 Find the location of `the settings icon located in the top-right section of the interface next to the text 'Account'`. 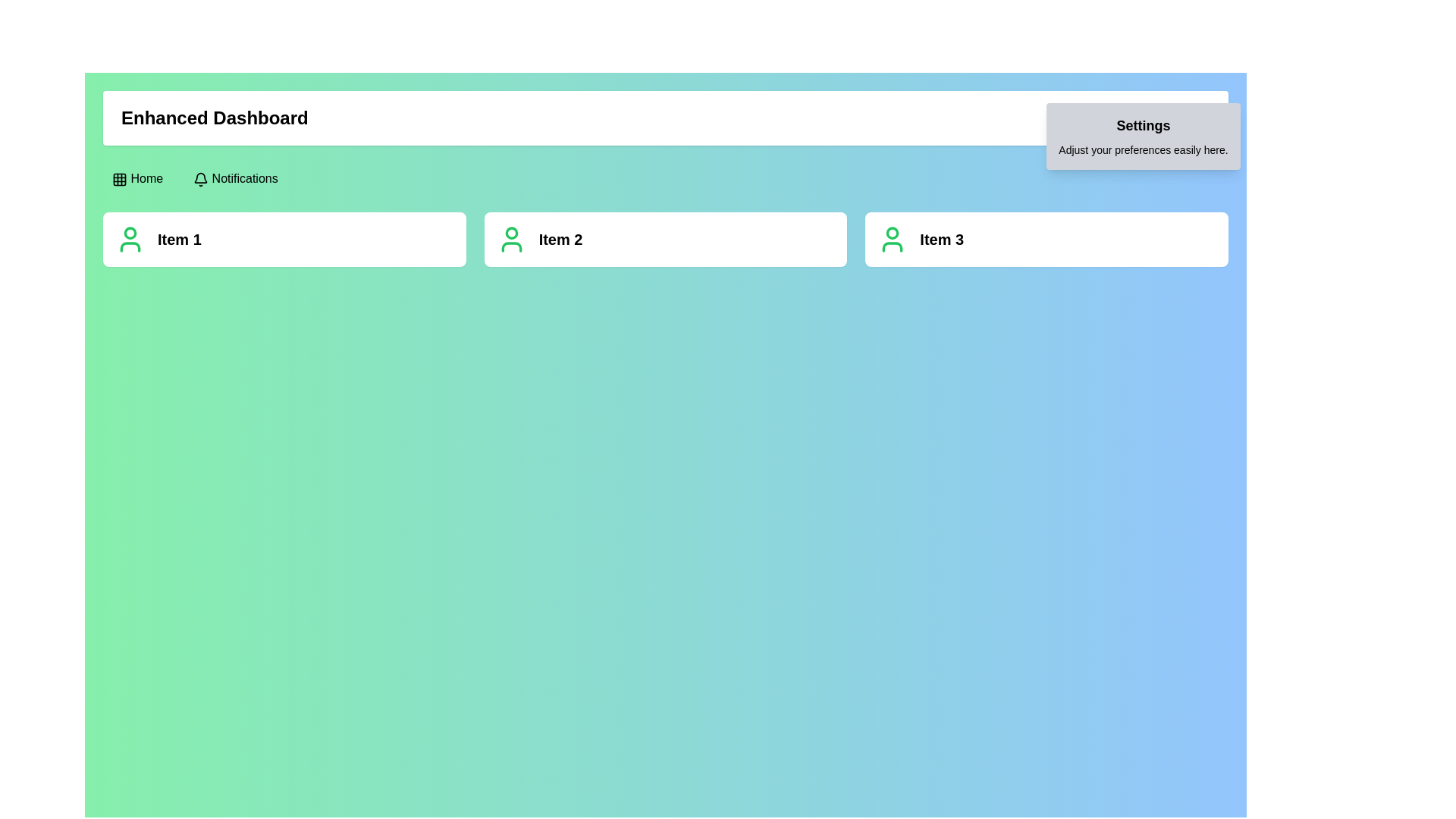

the settings icon located in the top-right section of the interface next to the text 'Account' is located at coordinates (1121, 117).